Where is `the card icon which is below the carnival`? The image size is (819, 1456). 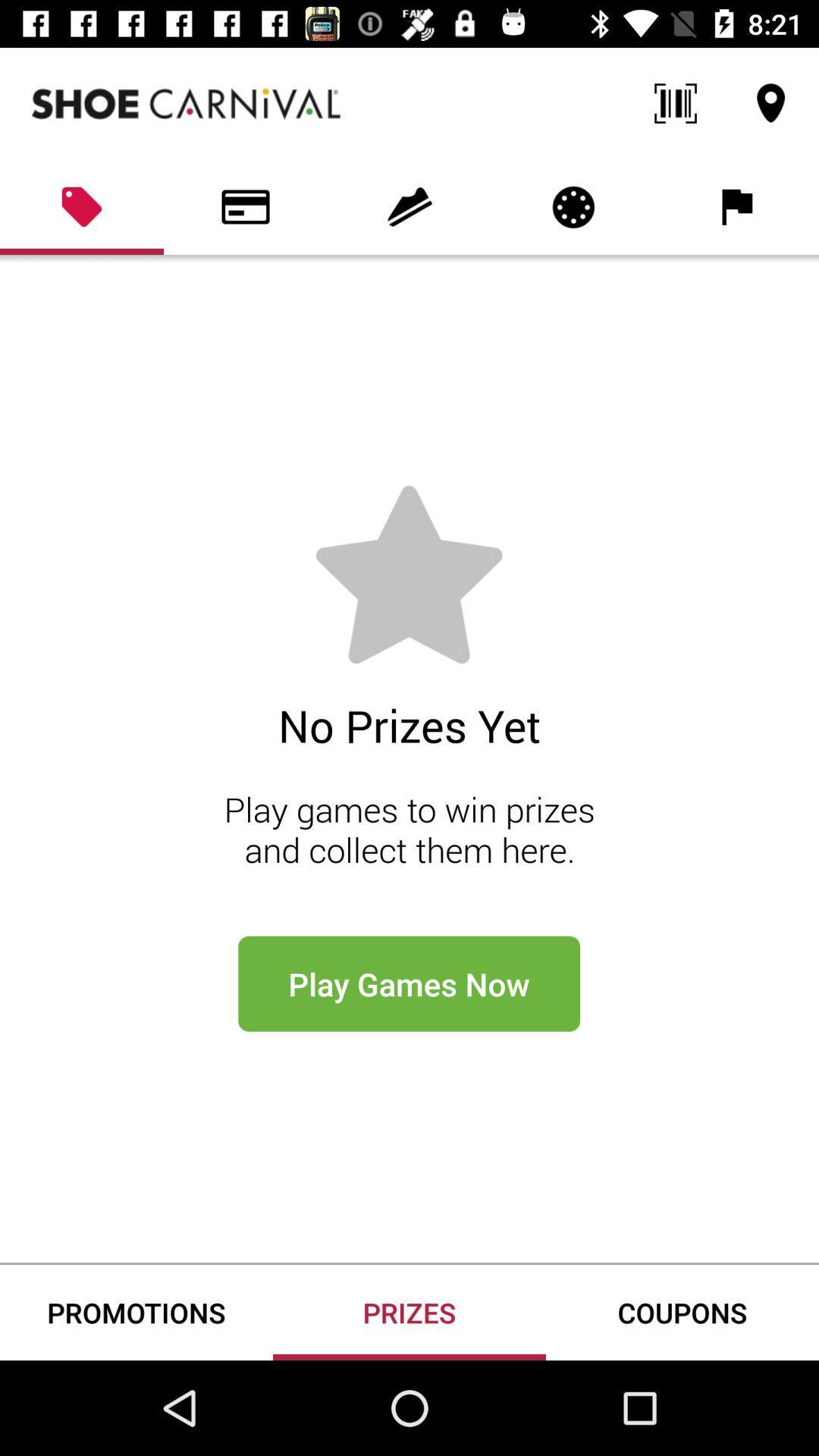 the card icon which is below the carnival is located at coordinates (245, 206).